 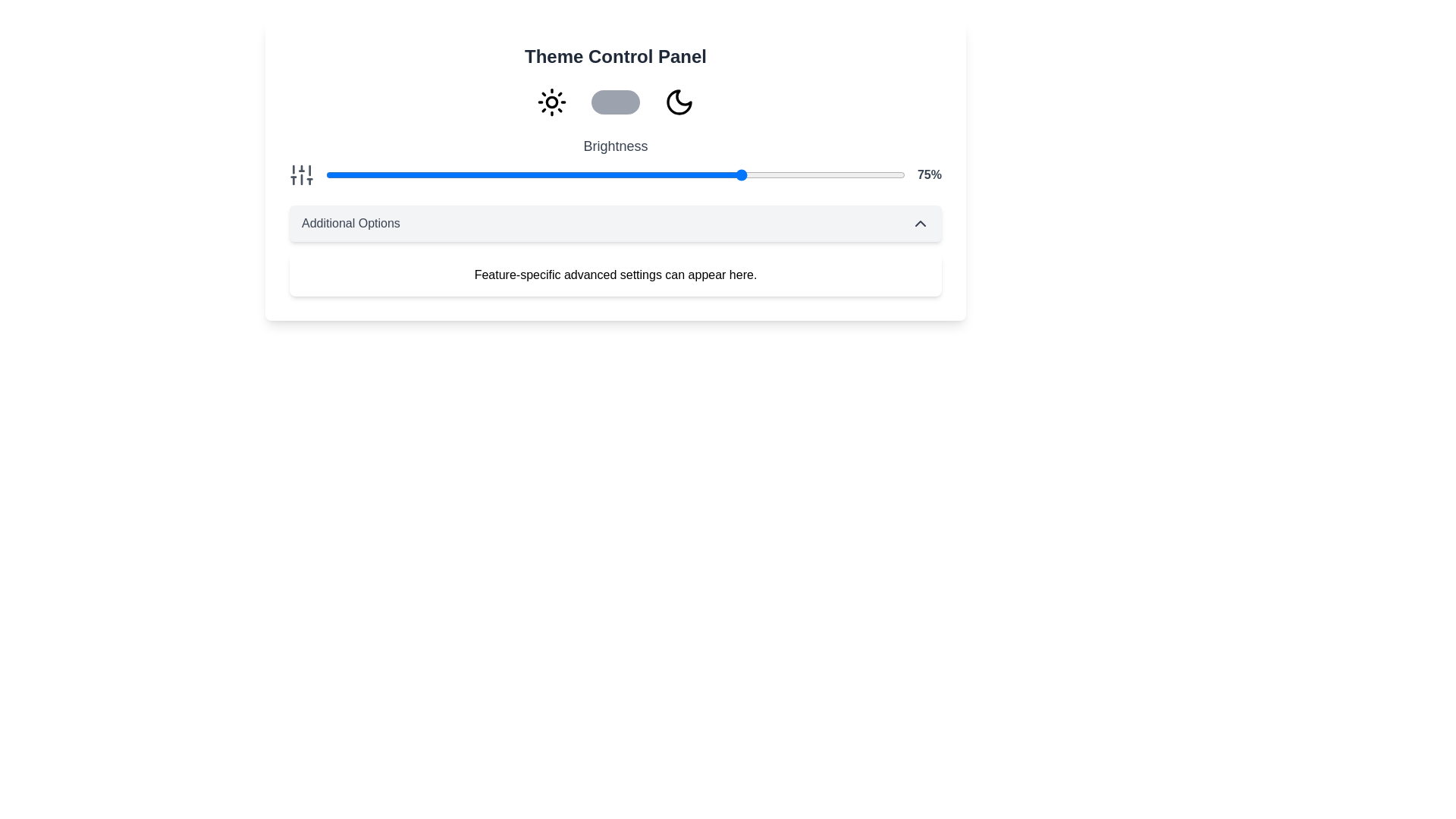 I want to click on the toggle switch located in the top section of the interface, which has a light gray background and a yellow circular knob, to change its state, so click(x=615, y=102).